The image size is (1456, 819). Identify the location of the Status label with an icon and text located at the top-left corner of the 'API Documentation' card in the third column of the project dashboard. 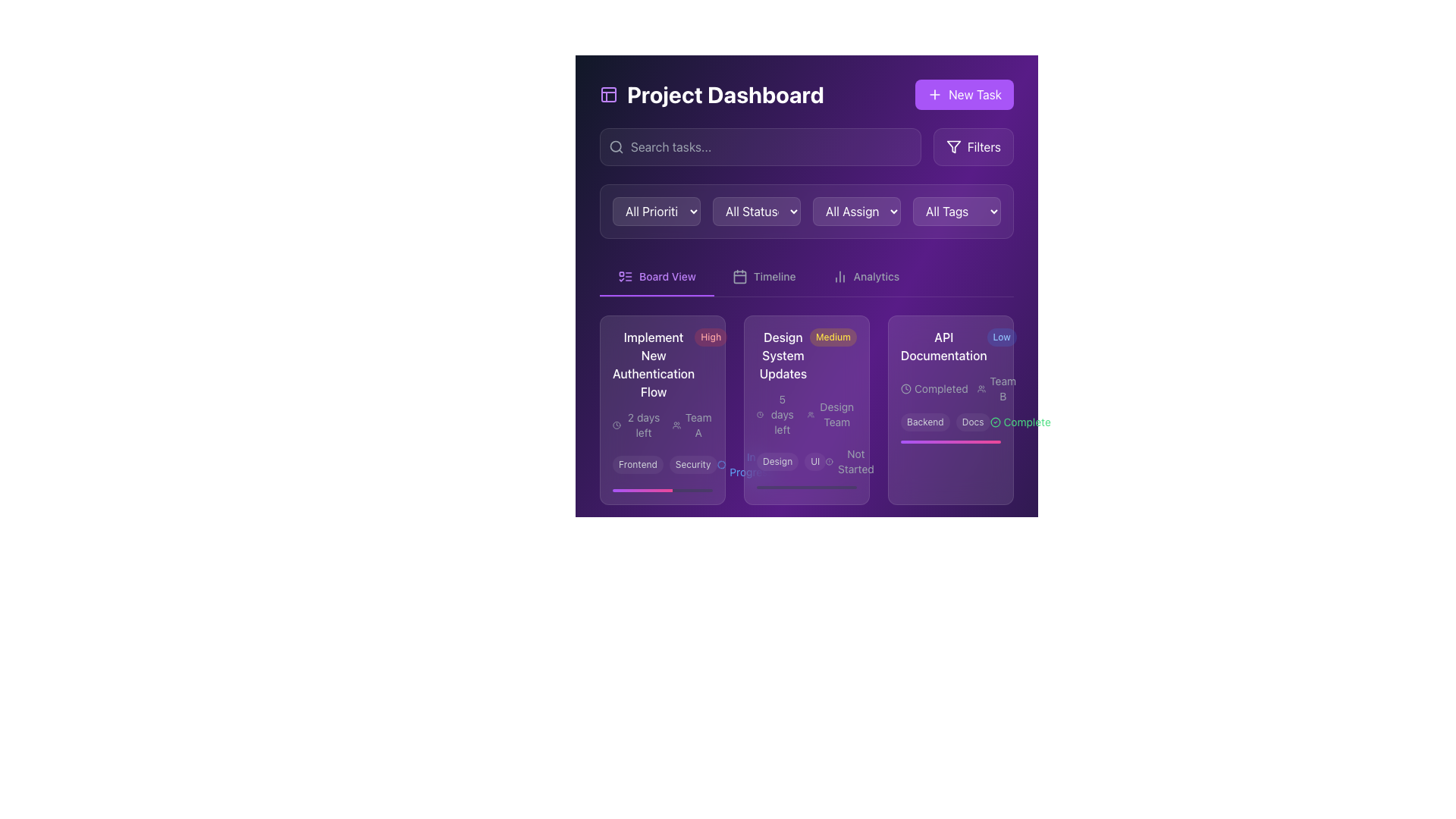
(934, 388).